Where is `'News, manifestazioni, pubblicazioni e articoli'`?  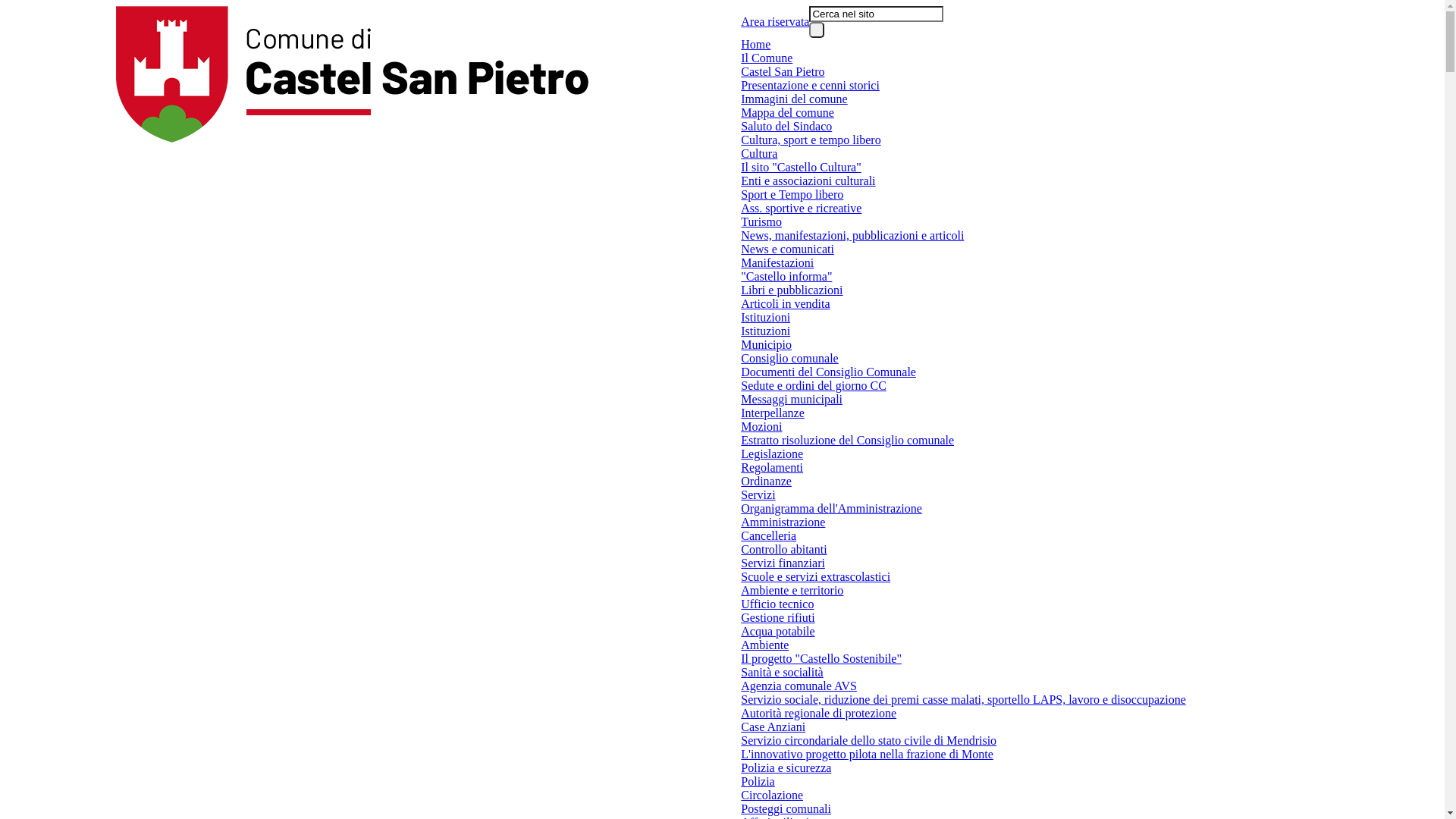 'News, manifestazioni, pubblicazioni e articoli' is located at coordinates (852, 236).